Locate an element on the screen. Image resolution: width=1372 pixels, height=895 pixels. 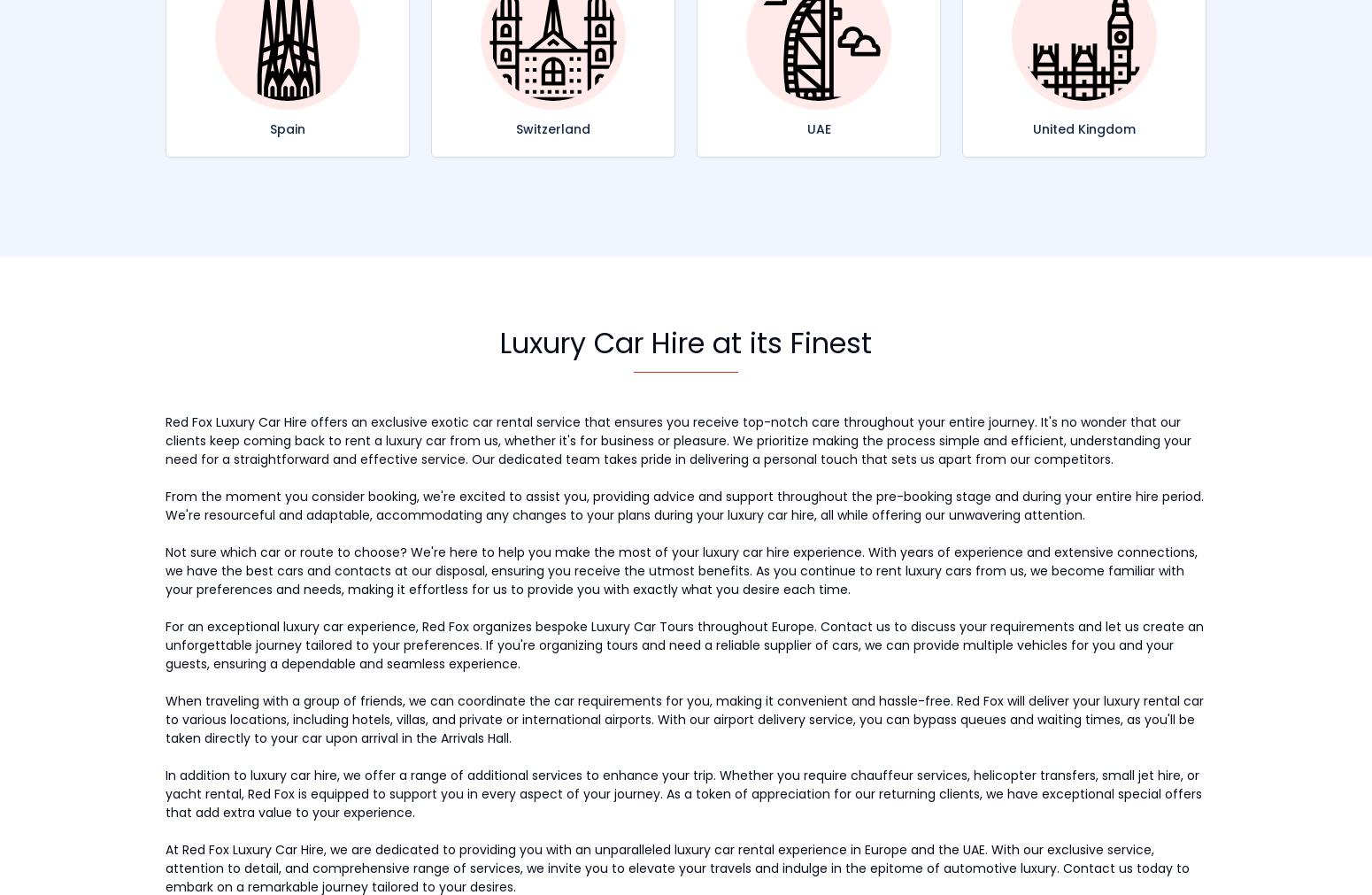
'United Kingdom' is located at coordinates (1083, 127).